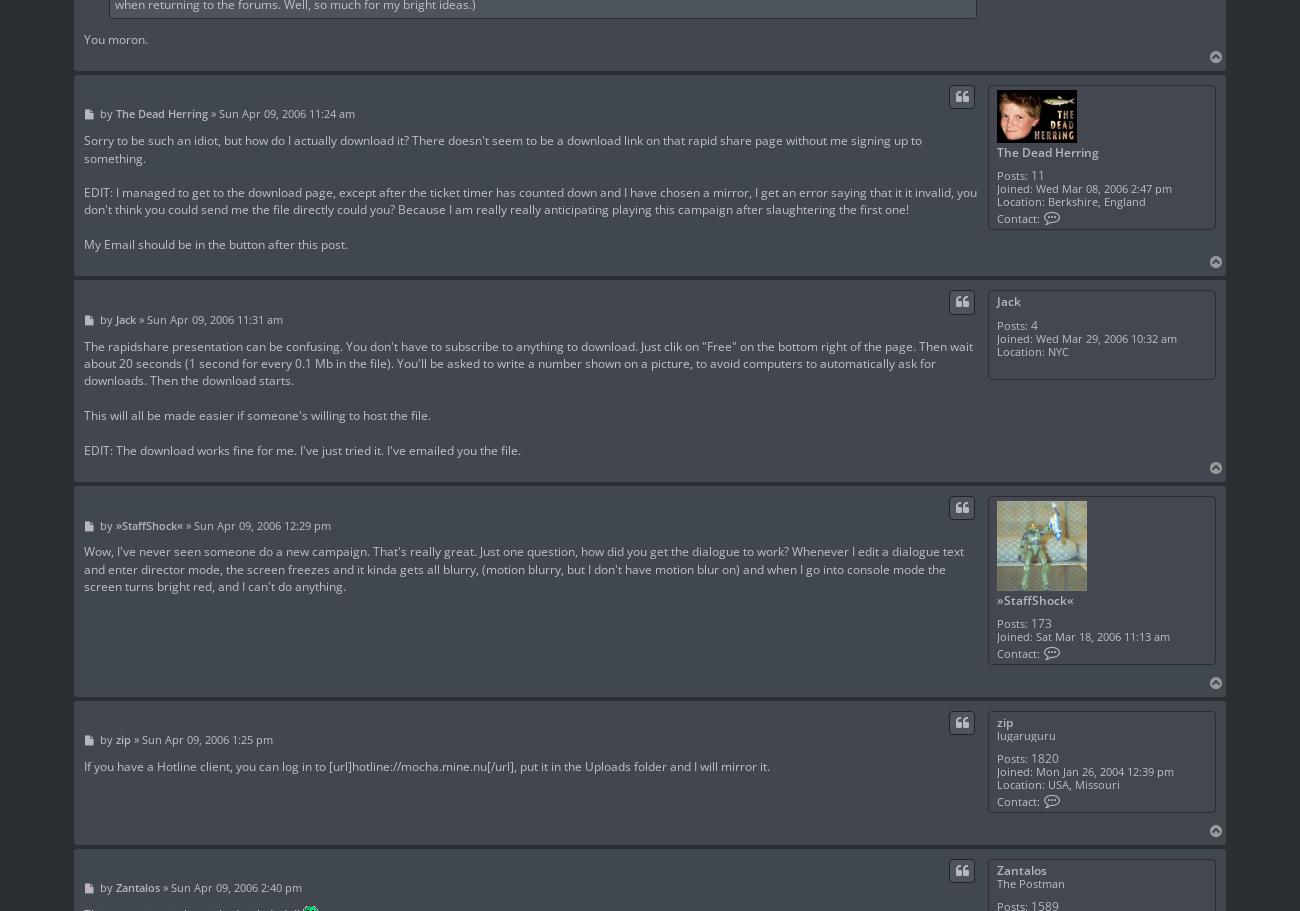  Describe the element at coordinates (1101, 771) in the screenshot. I see `'Mon Jan 26, 2004 12:39 pm'` at that location.